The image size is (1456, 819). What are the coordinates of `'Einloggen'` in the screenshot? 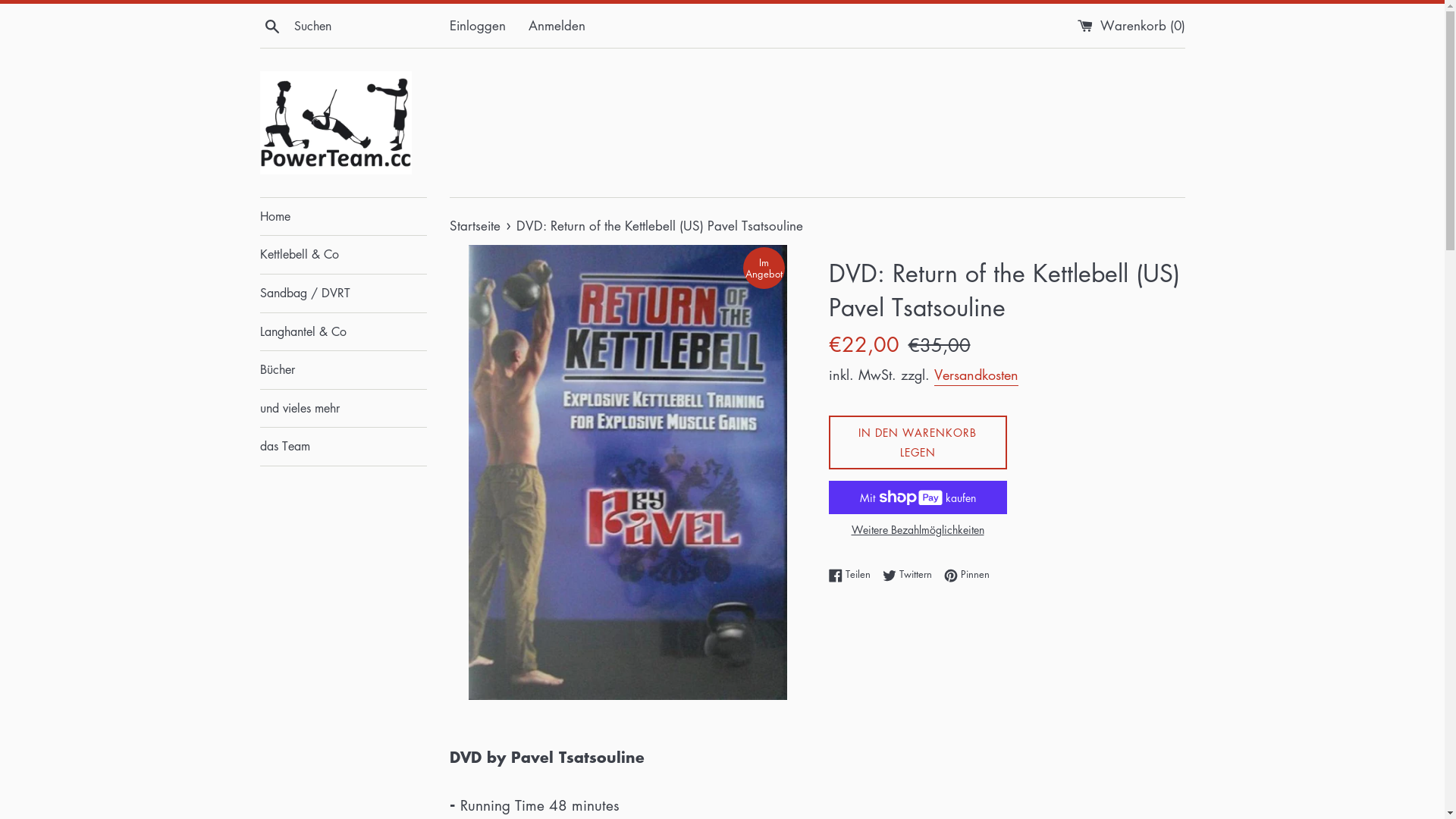 It's located at (475, 25).